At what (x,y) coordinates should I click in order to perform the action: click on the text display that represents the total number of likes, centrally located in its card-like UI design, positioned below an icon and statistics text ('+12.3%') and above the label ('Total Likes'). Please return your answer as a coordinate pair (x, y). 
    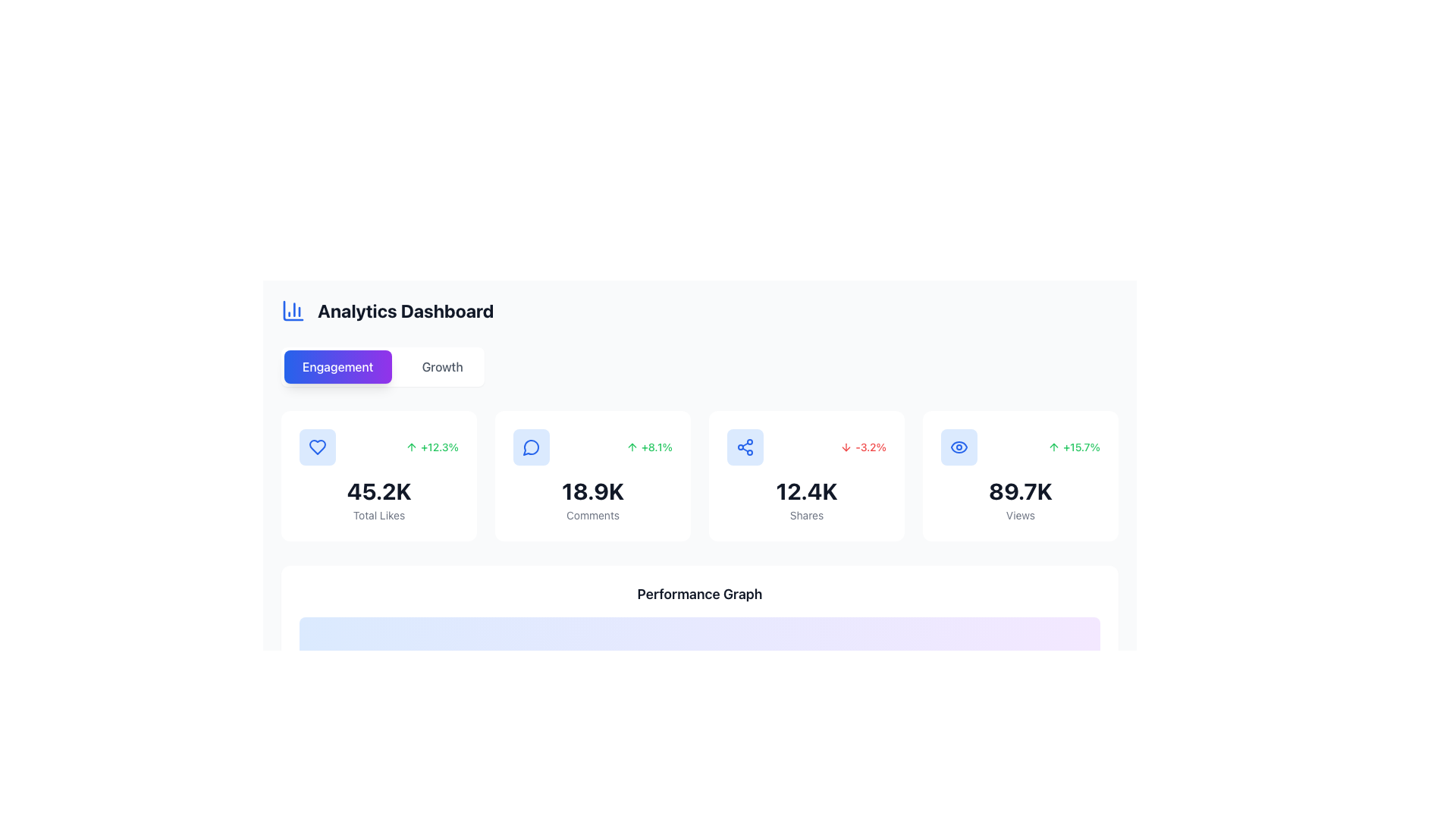
    Looking at the image, I should click on (378, 491).